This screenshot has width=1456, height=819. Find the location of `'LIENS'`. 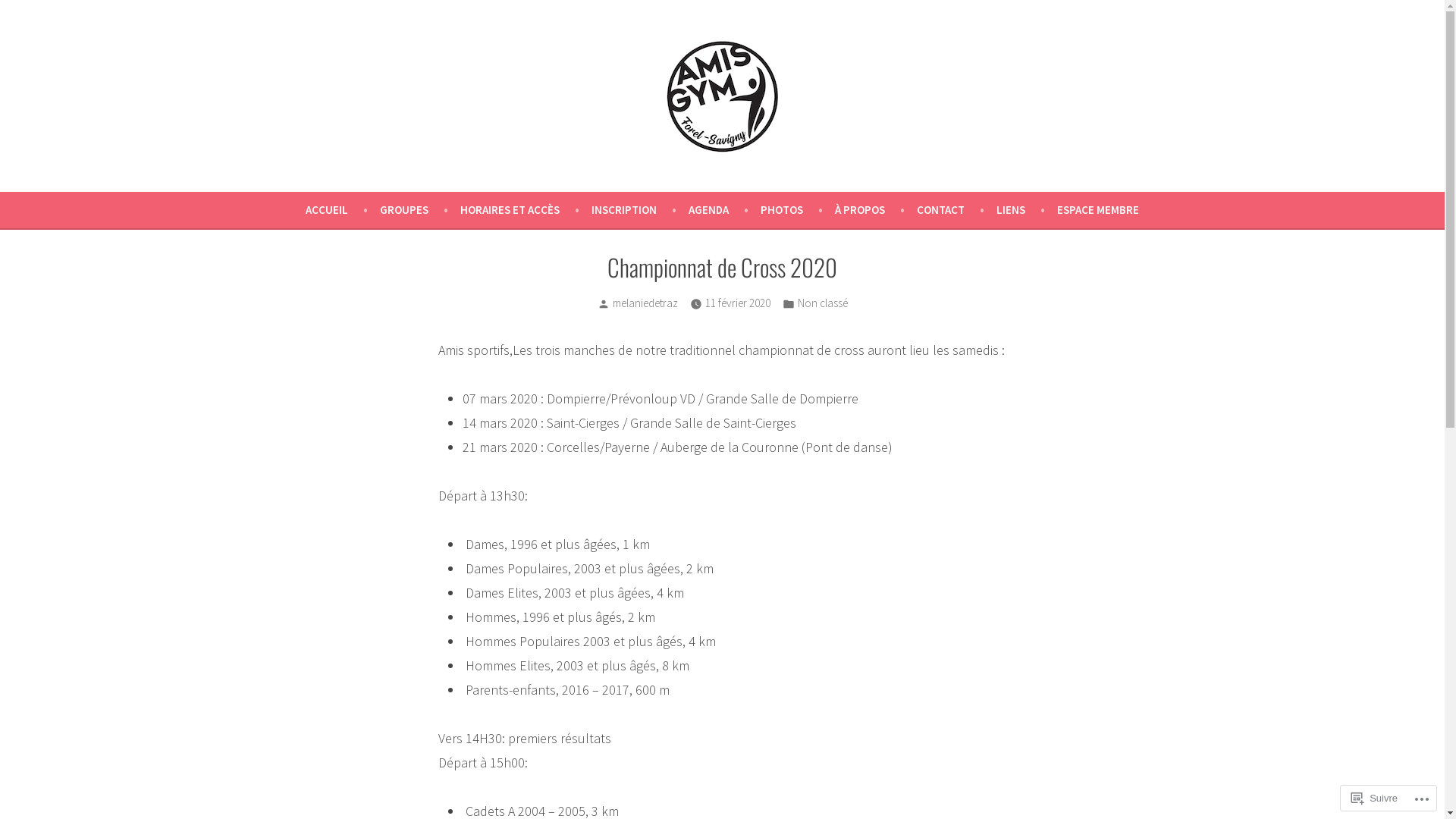

'LIENS' is located at coordinates (996, 210).